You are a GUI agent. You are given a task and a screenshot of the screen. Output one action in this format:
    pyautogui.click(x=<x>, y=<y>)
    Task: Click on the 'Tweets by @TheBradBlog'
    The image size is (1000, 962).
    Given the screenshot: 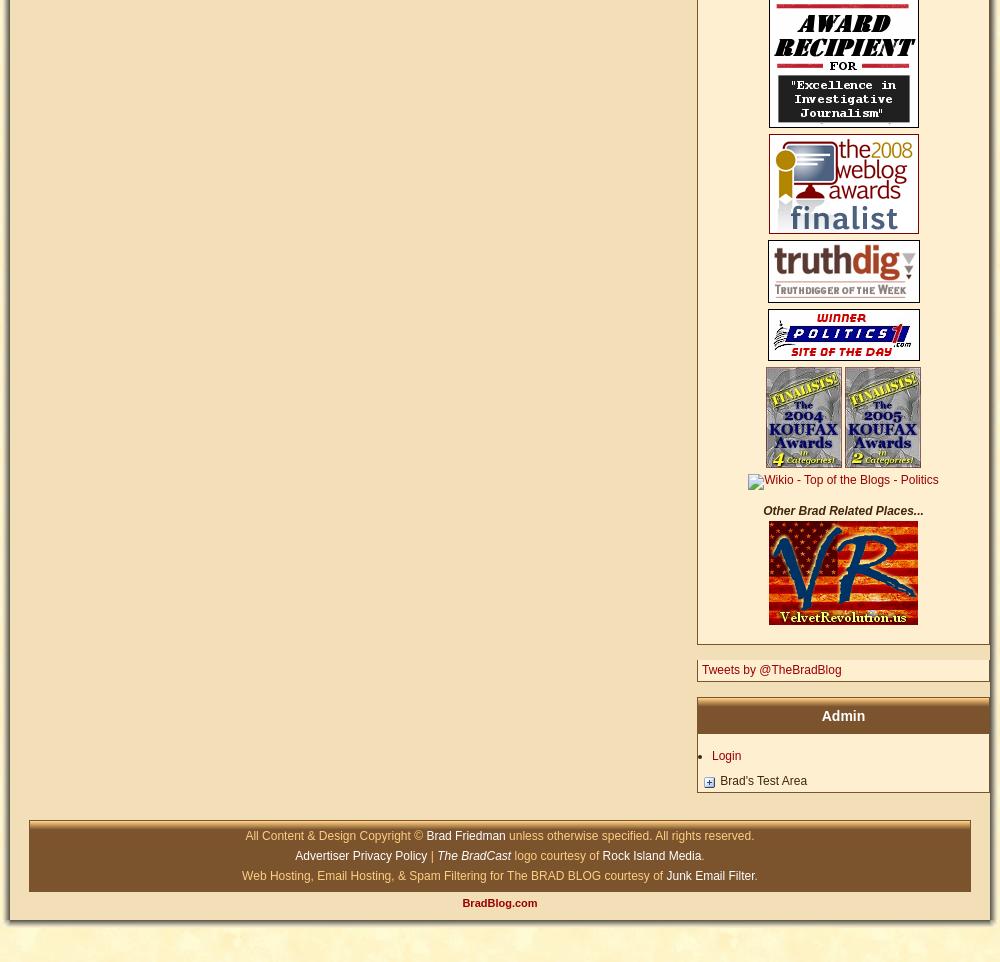 What is the action you would take?
    pyautogui.click(x=701, y=670)
    